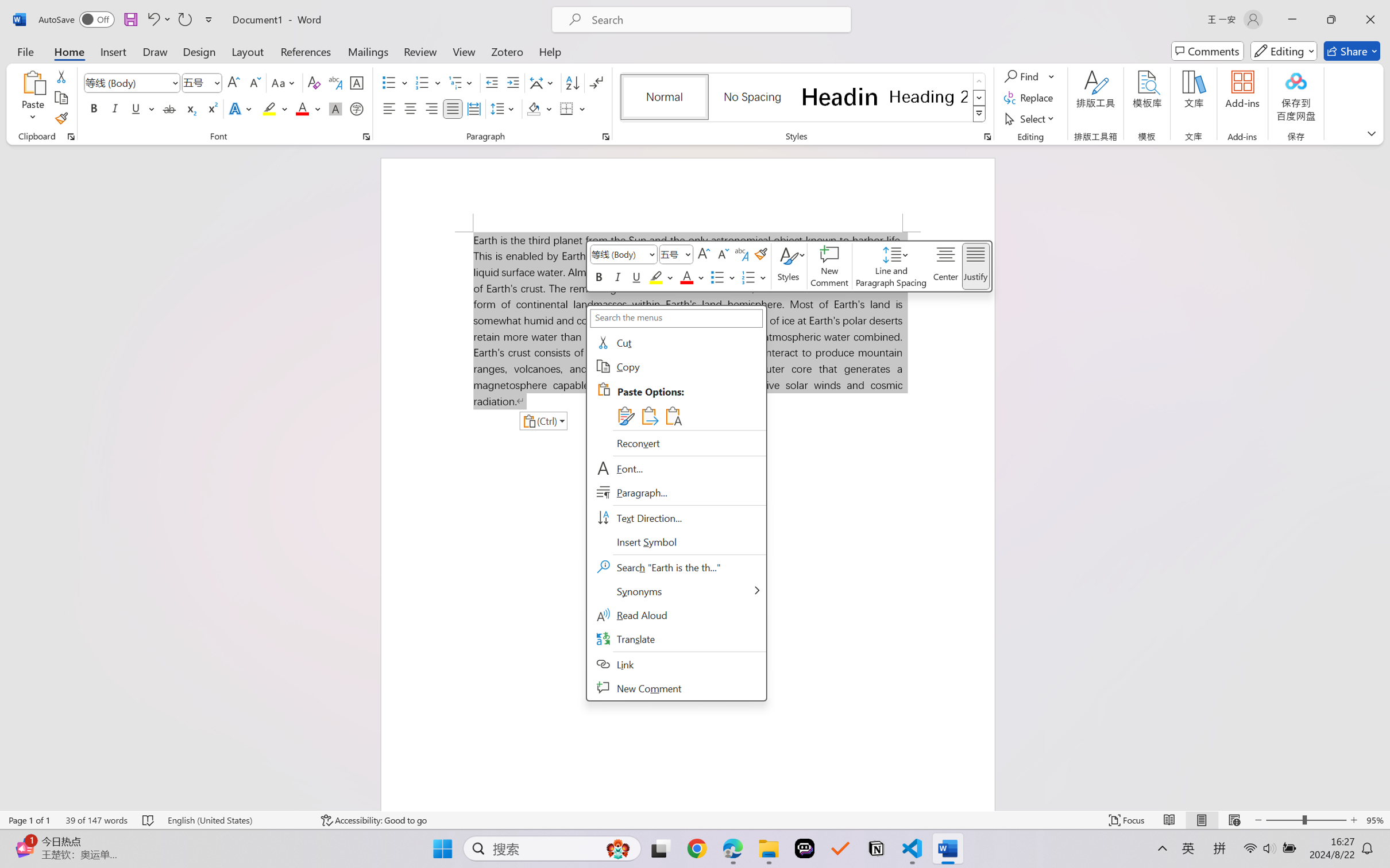 The width and height of the screenshot is (1390, 868). What do you see at coordinates (492, 83) in the screenshot?
I see `'Decrease Indent'` at bounding box center [492, 83].